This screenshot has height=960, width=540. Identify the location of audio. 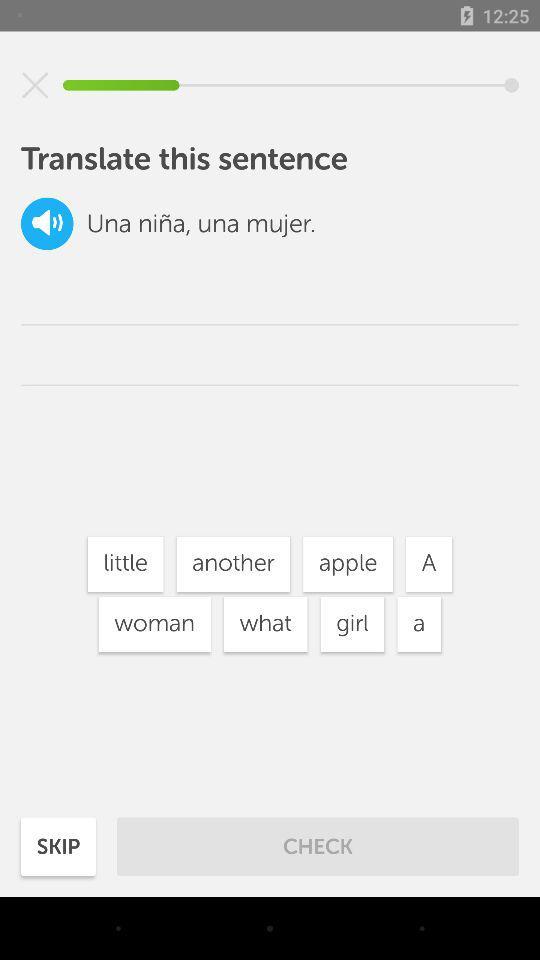
(47, 223).